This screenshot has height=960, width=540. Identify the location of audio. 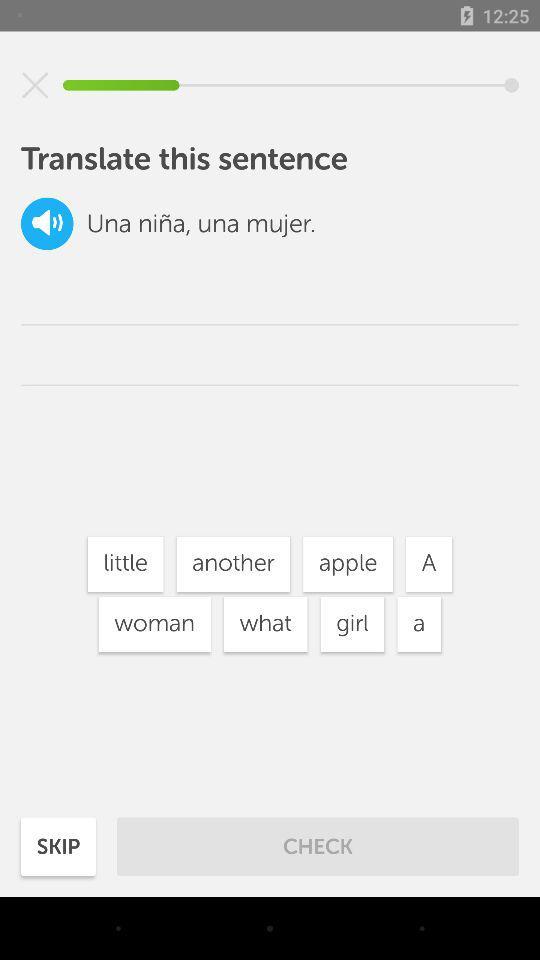
(47, 223).